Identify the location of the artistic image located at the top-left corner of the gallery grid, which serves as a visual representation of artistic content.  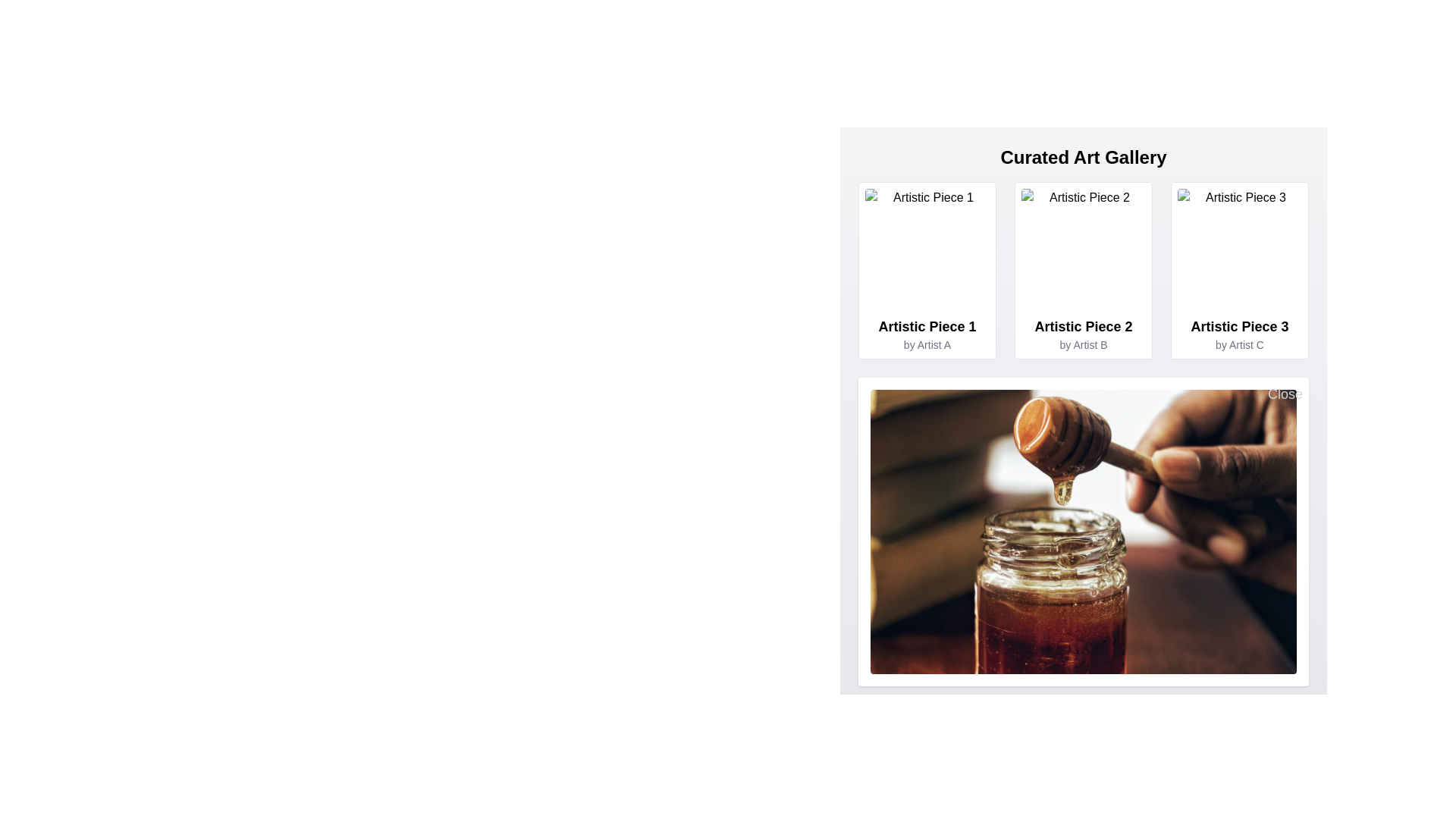
(927, 248).